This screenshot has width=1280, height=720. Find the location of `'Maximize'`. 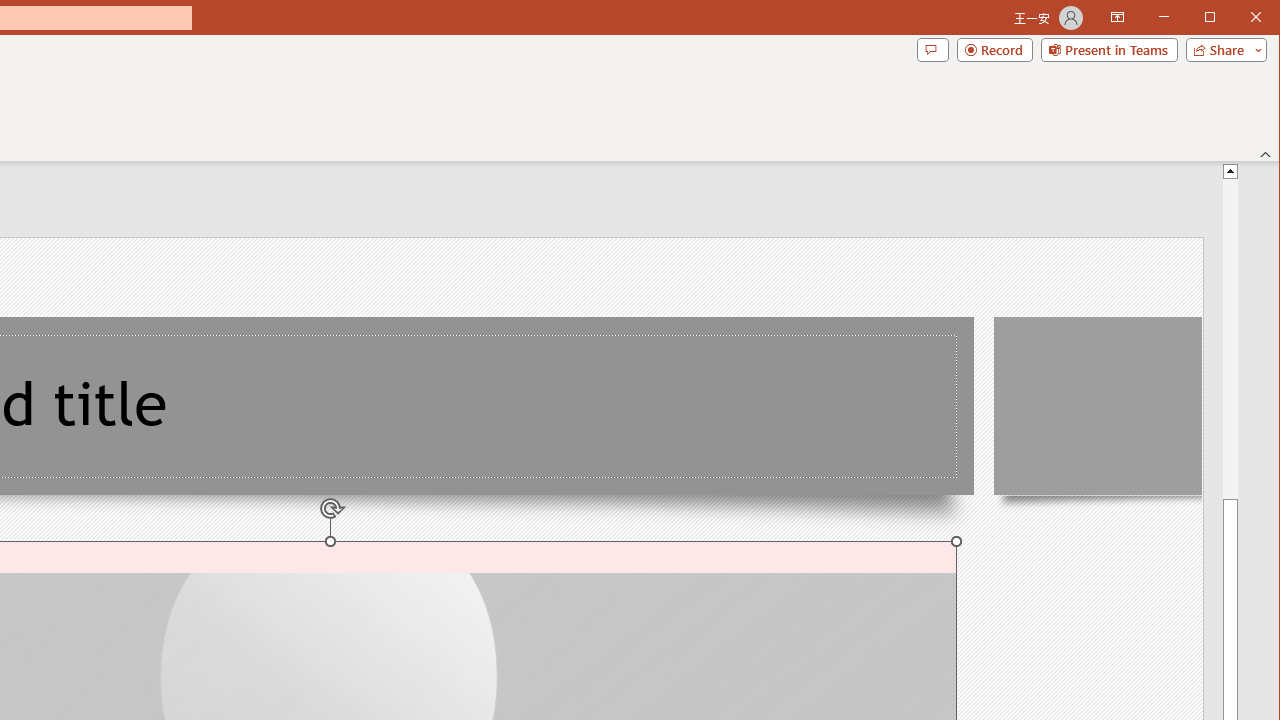

'Maximize' is located at coordinates (1238, 19).